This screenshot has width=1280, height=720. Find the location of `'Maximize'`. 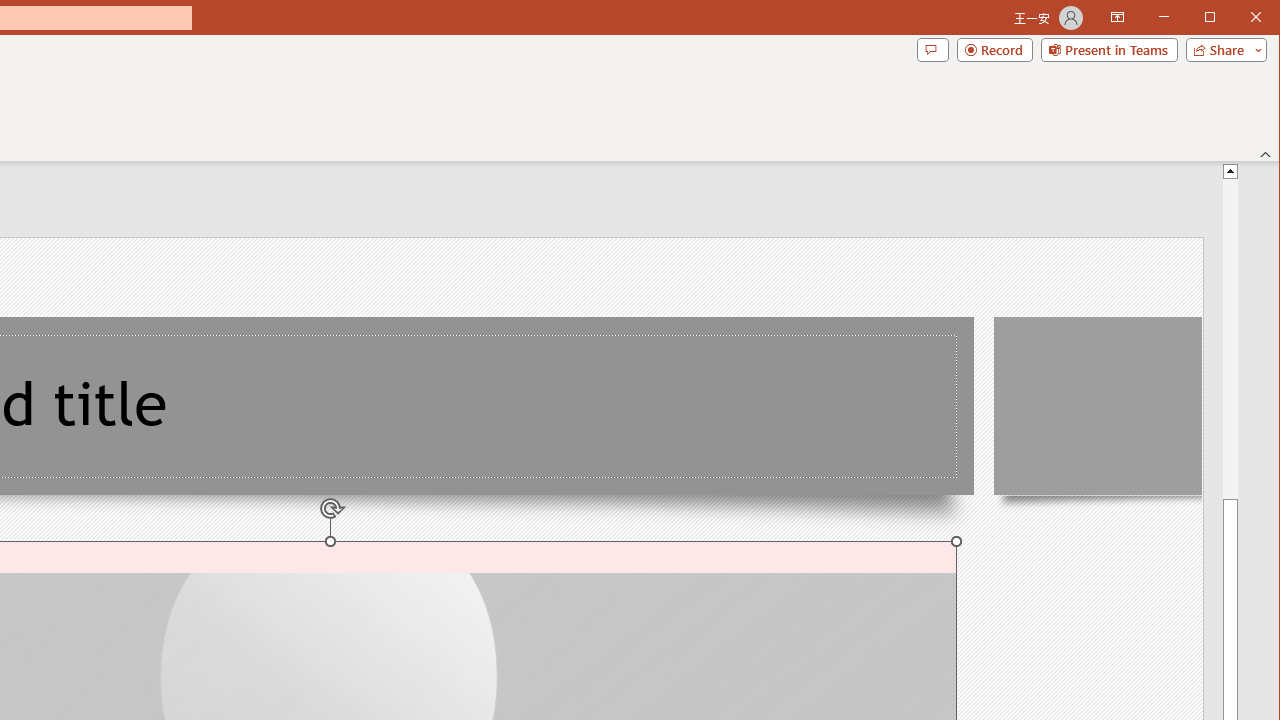

'Maximize' is located at coordinates (1238, 19).